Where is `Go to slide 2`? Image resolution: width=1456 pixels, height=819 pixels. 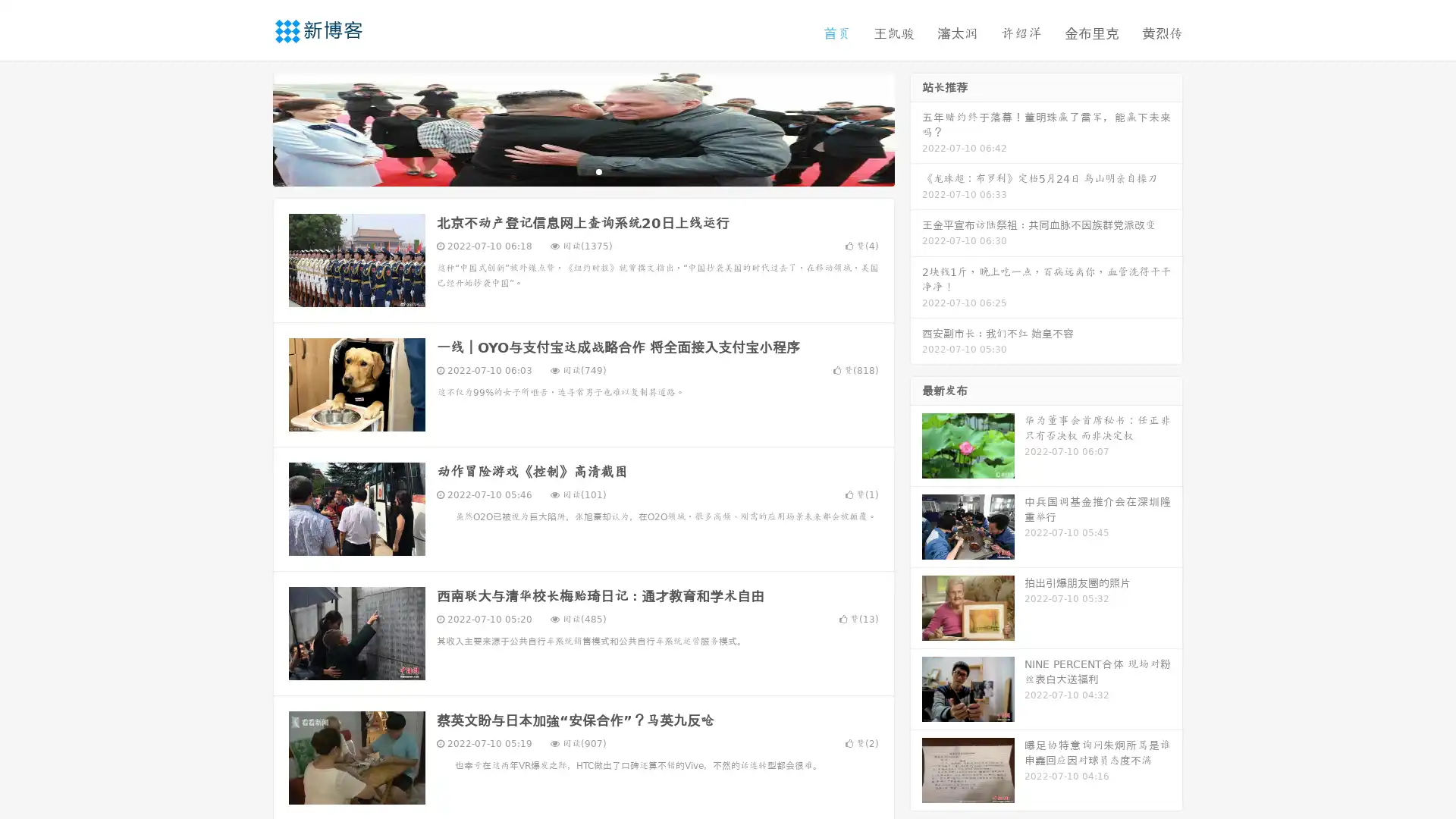 Go to slide 2 is located at coordinates (582, 171).